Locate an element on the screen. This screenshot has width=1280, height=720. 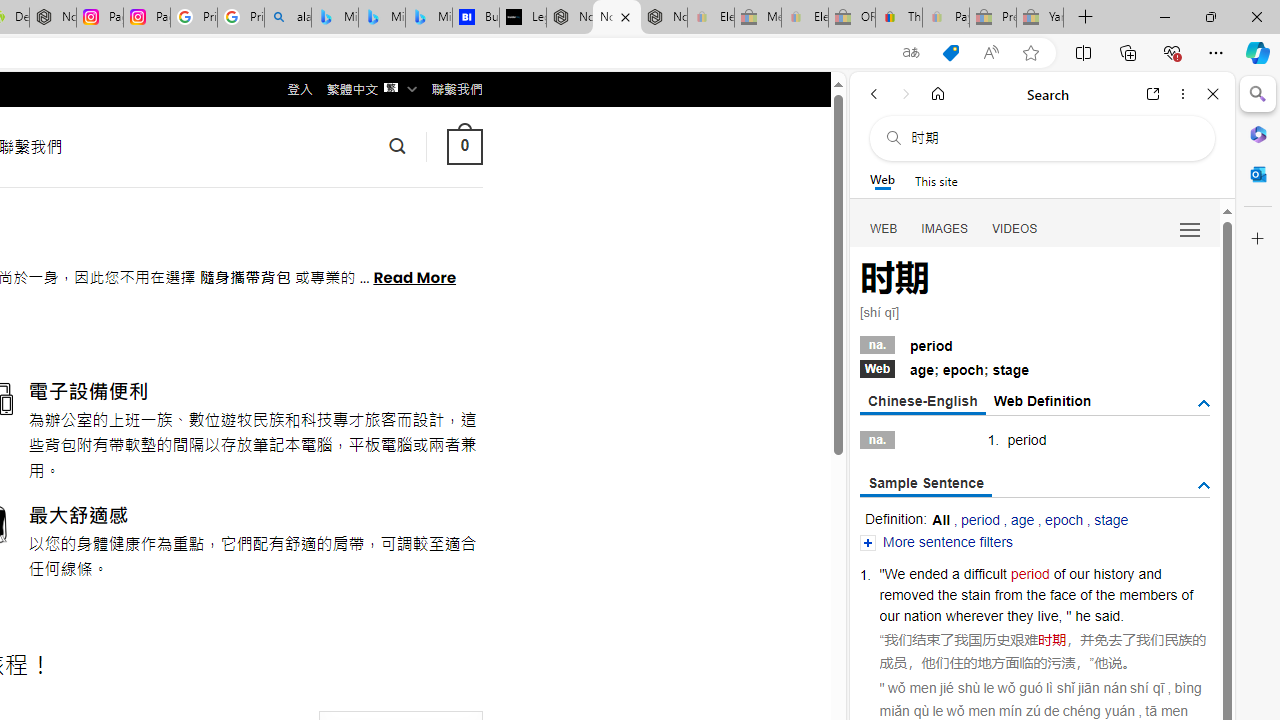
'Threats and offensive language policy | eBay' is located at coordinates (897, 17).